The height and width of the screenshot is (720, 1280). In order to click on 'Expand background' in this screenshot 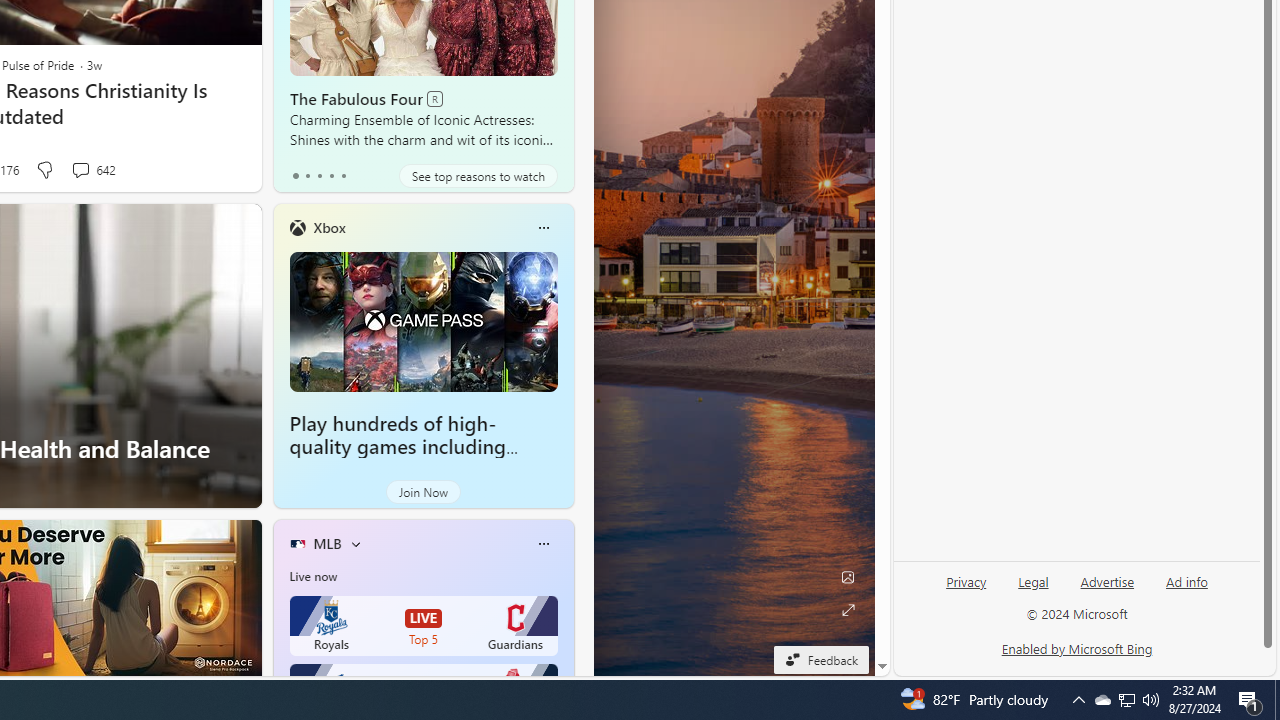, I will do `click(848, 609)`.